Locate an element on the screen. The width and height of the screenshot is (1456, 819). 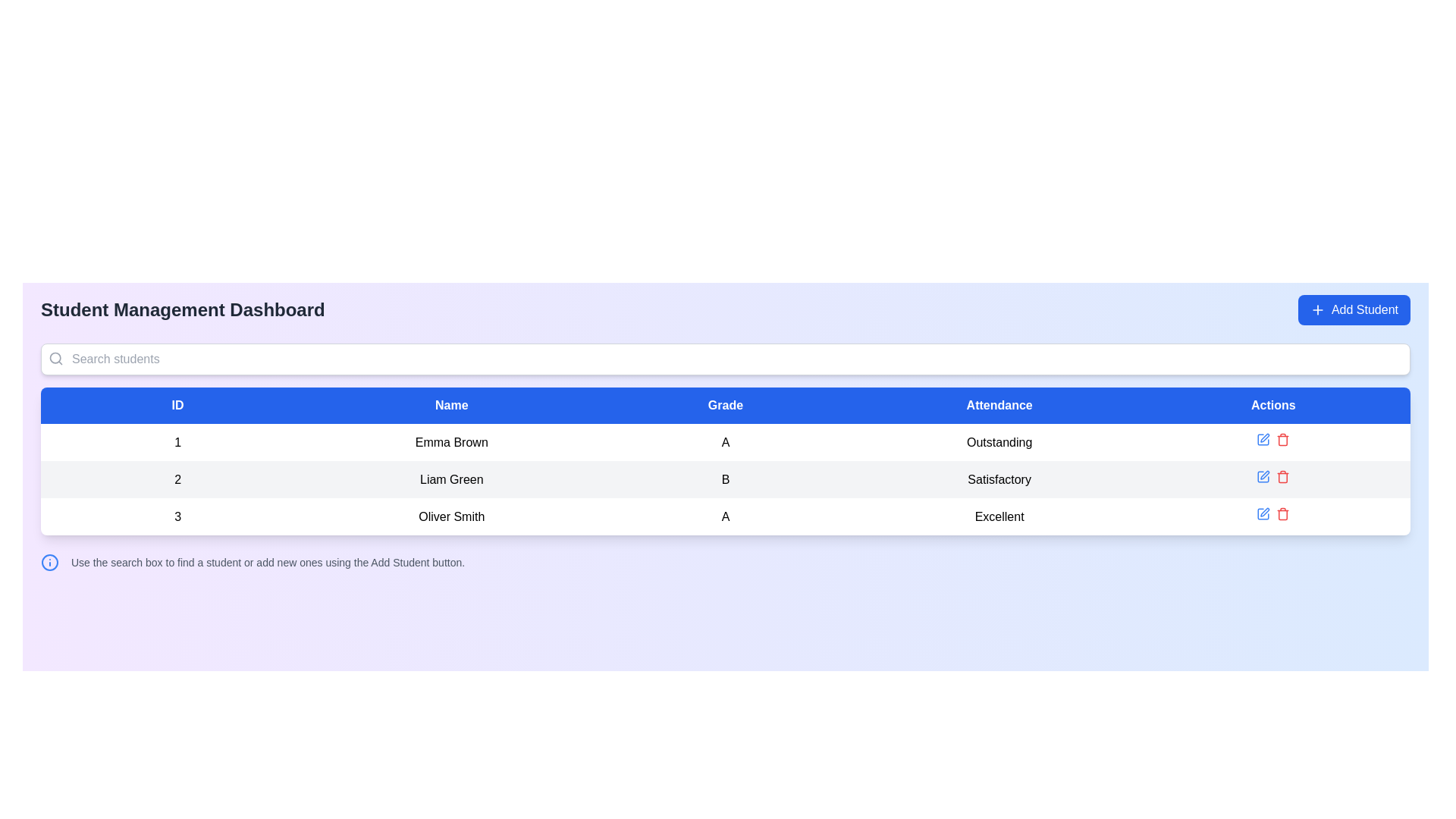
individual items within the second row of the student details table, which includes ID '2', Name 'Liam Green', Grade 'B', and Attendance 'Satisfactory' is located at coordinates (724, 479).